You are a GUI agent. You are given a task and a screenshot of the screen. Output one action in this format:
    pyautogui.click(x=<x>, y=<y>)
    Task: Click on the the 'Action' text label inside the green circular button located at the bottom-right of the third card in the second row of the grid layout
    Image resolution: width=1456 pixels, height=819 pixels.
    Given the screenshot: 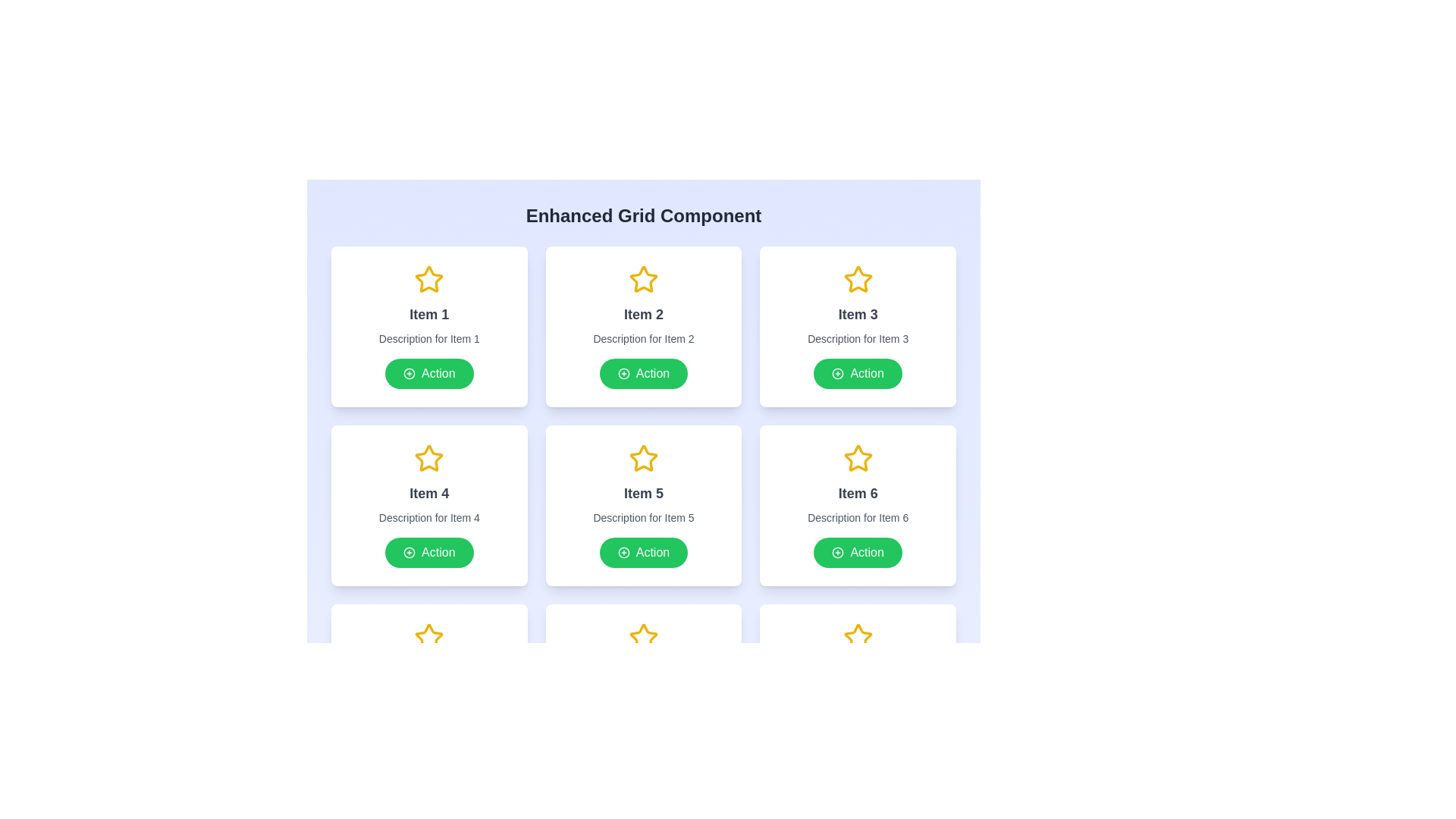 What is the action you would take?
    pyautogui.click(x=867, y=374)
    